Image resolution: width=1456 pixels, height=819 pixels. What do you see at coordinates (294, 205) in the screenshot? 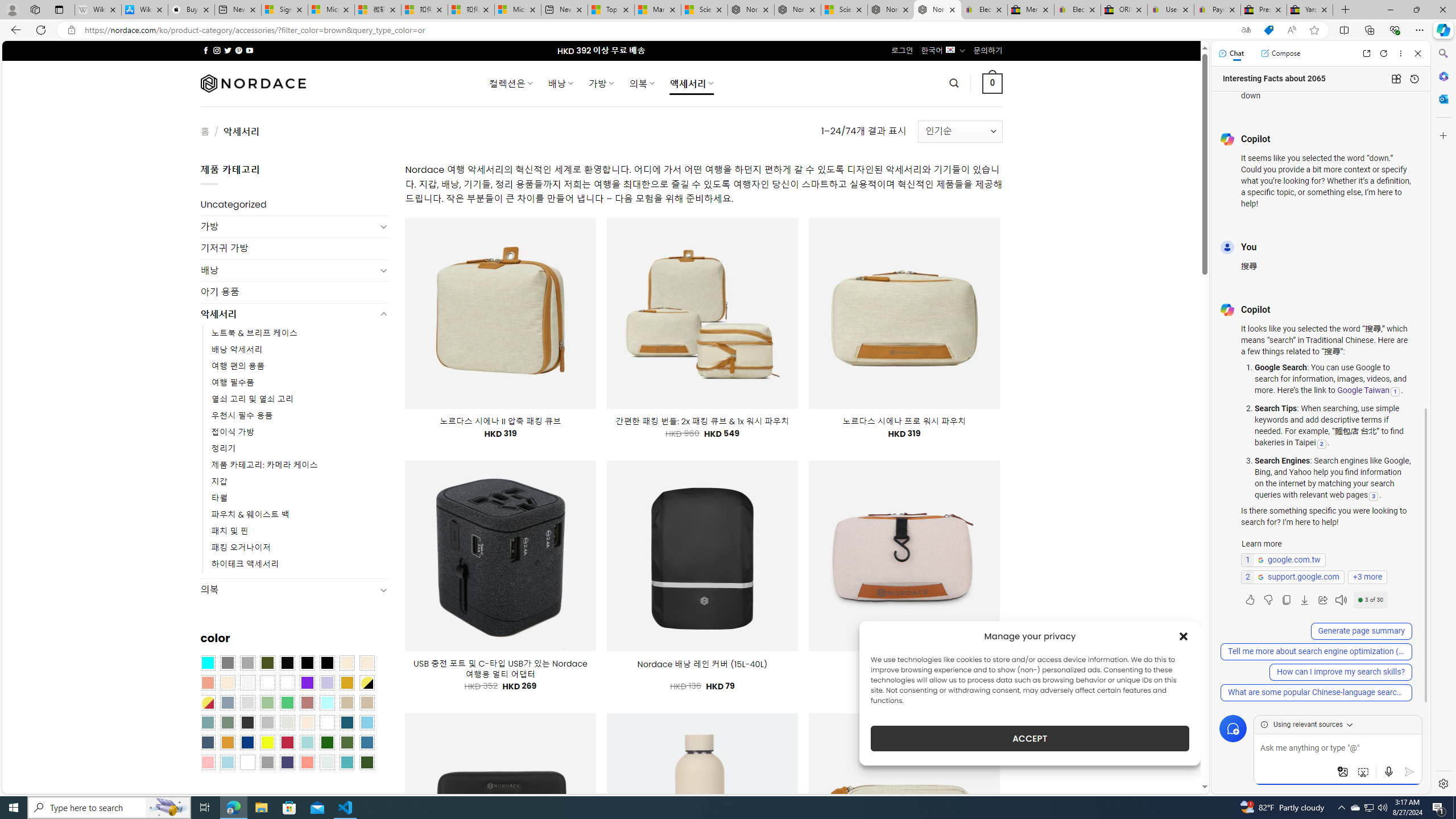
I see `'Uncategorized'` at bounding box center [294, 205].